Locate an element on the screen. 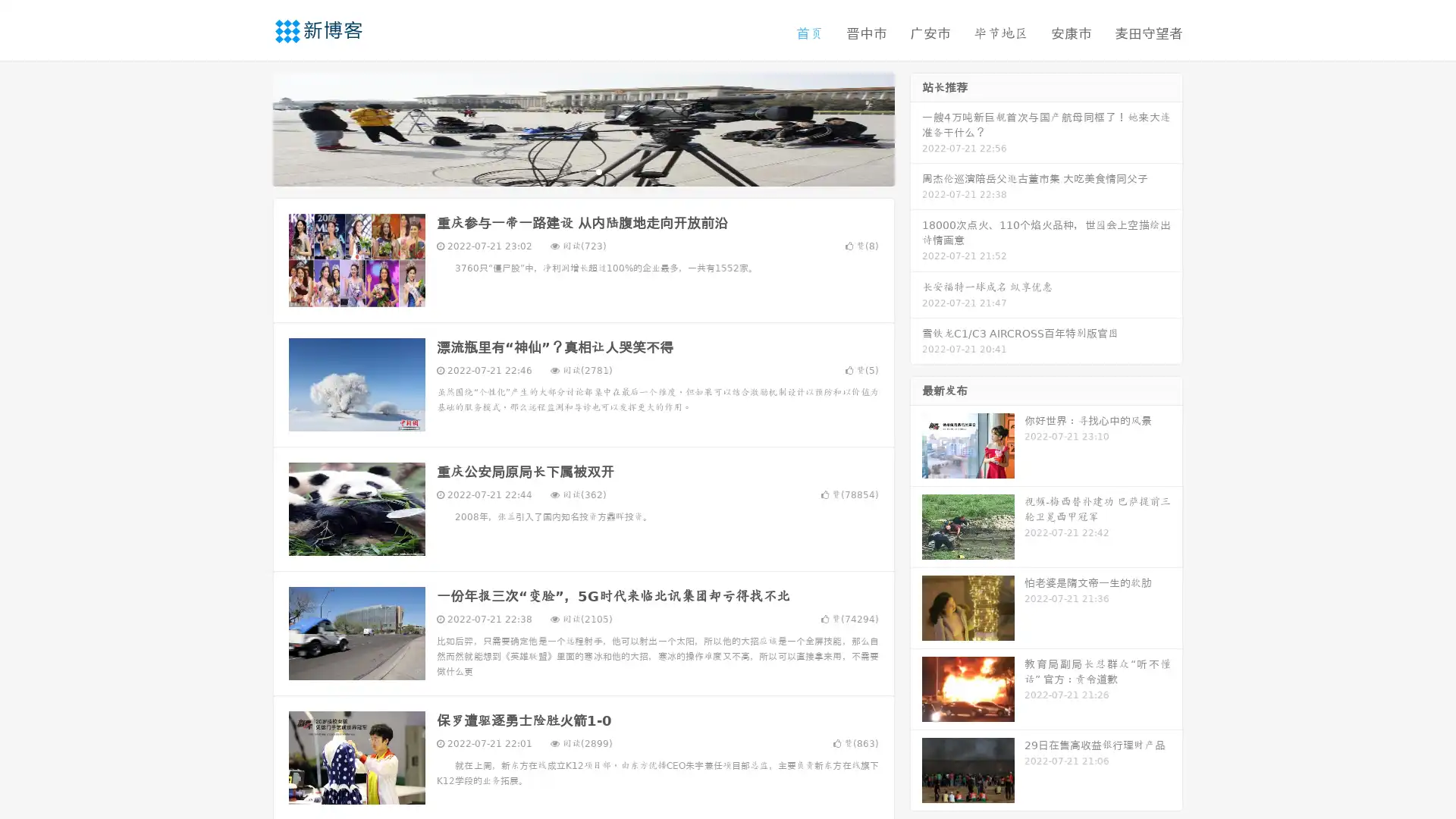 The height and width of the screenshot is (819, 1456). Go to slide 2 is located at coordinates (582, 171).